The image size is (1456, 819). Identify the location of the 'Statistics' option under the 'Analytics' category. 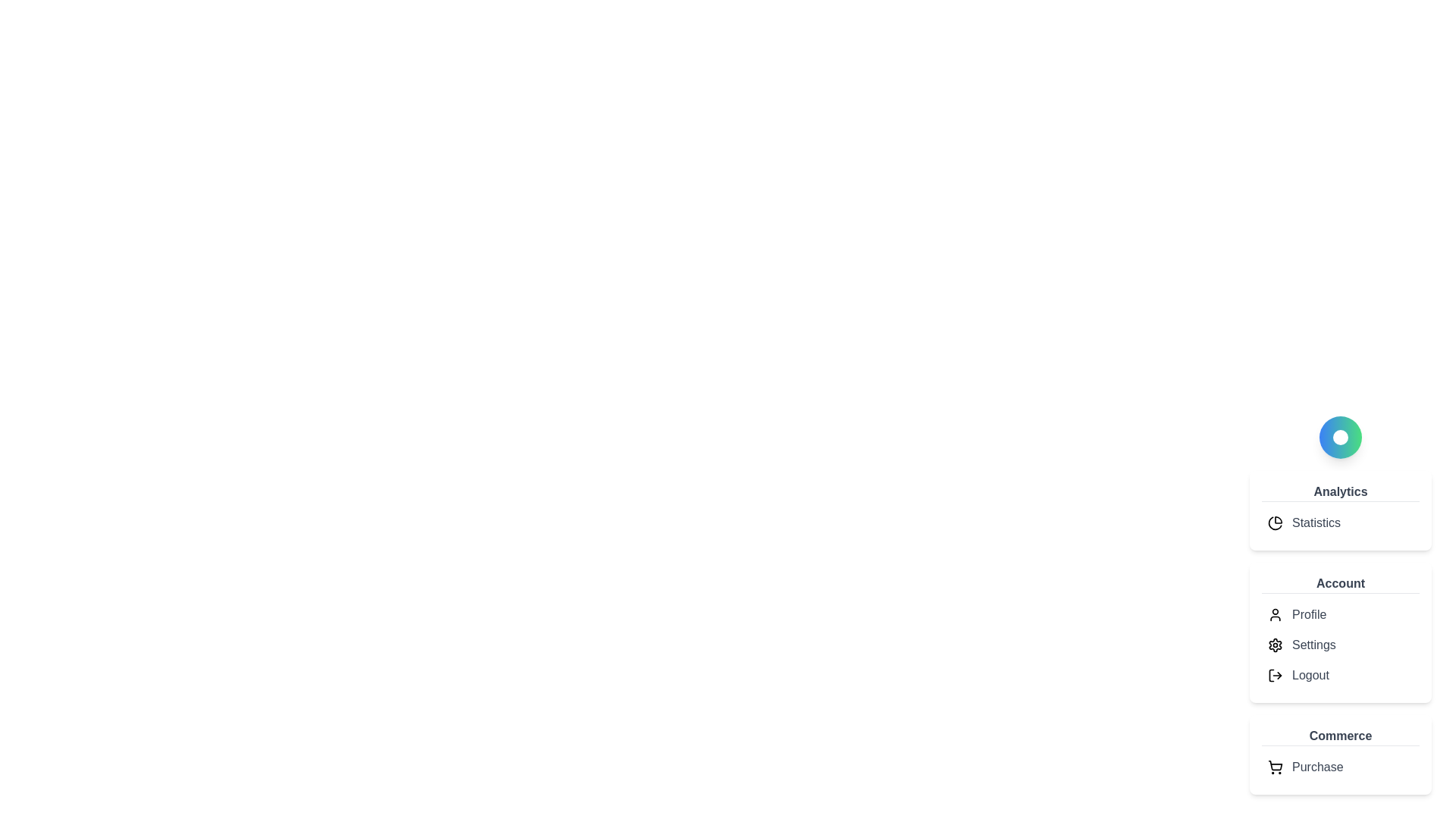
(1340, 522).